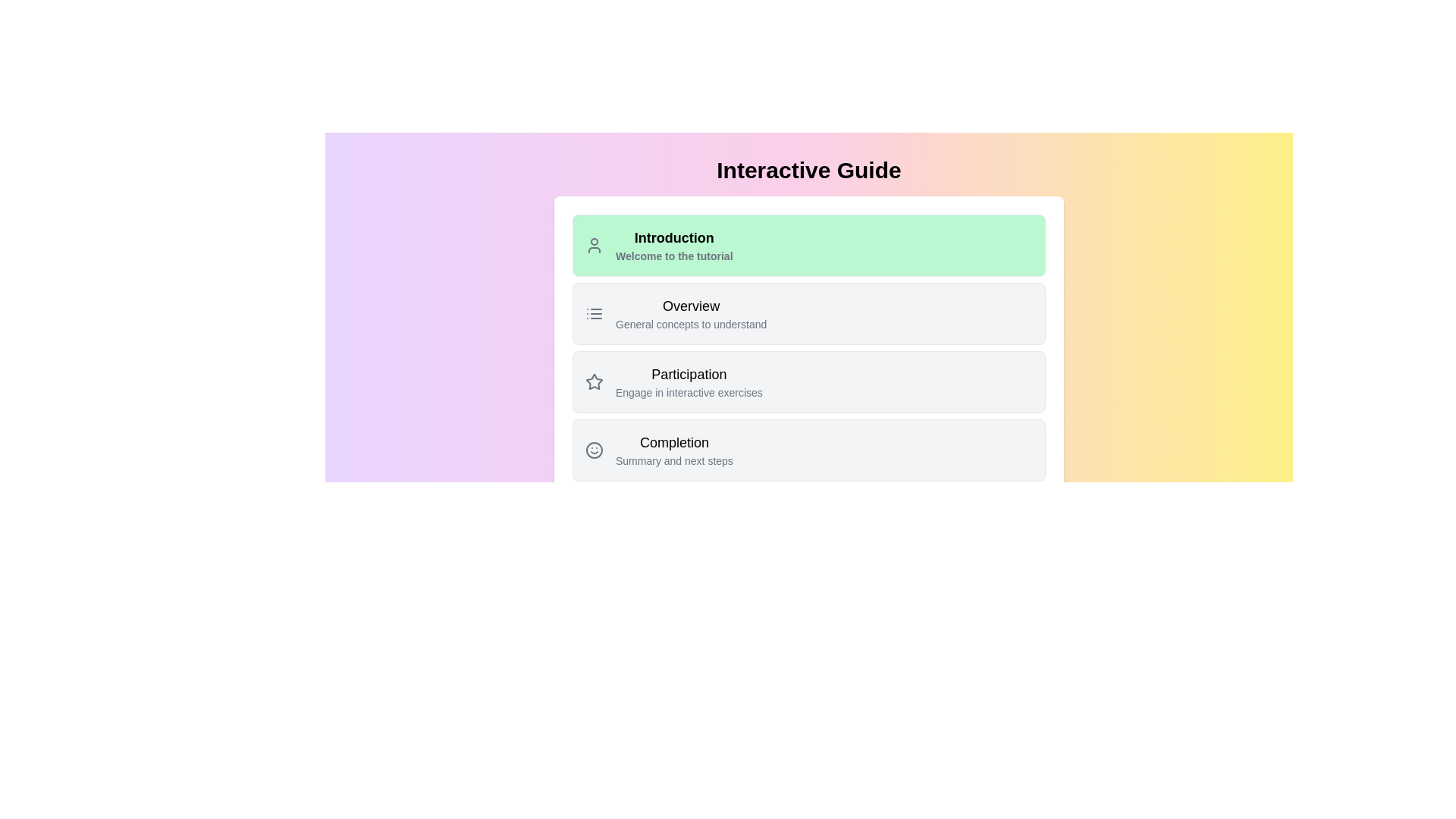 The width and height of the screenshot is (1456, 819). What do you see at coordinates (690, 324) in the screenshot?
I see `informational text label located directly below the 'Overview' heading, which serves as a subtitle or additional context` at bounding box center [690, 324].